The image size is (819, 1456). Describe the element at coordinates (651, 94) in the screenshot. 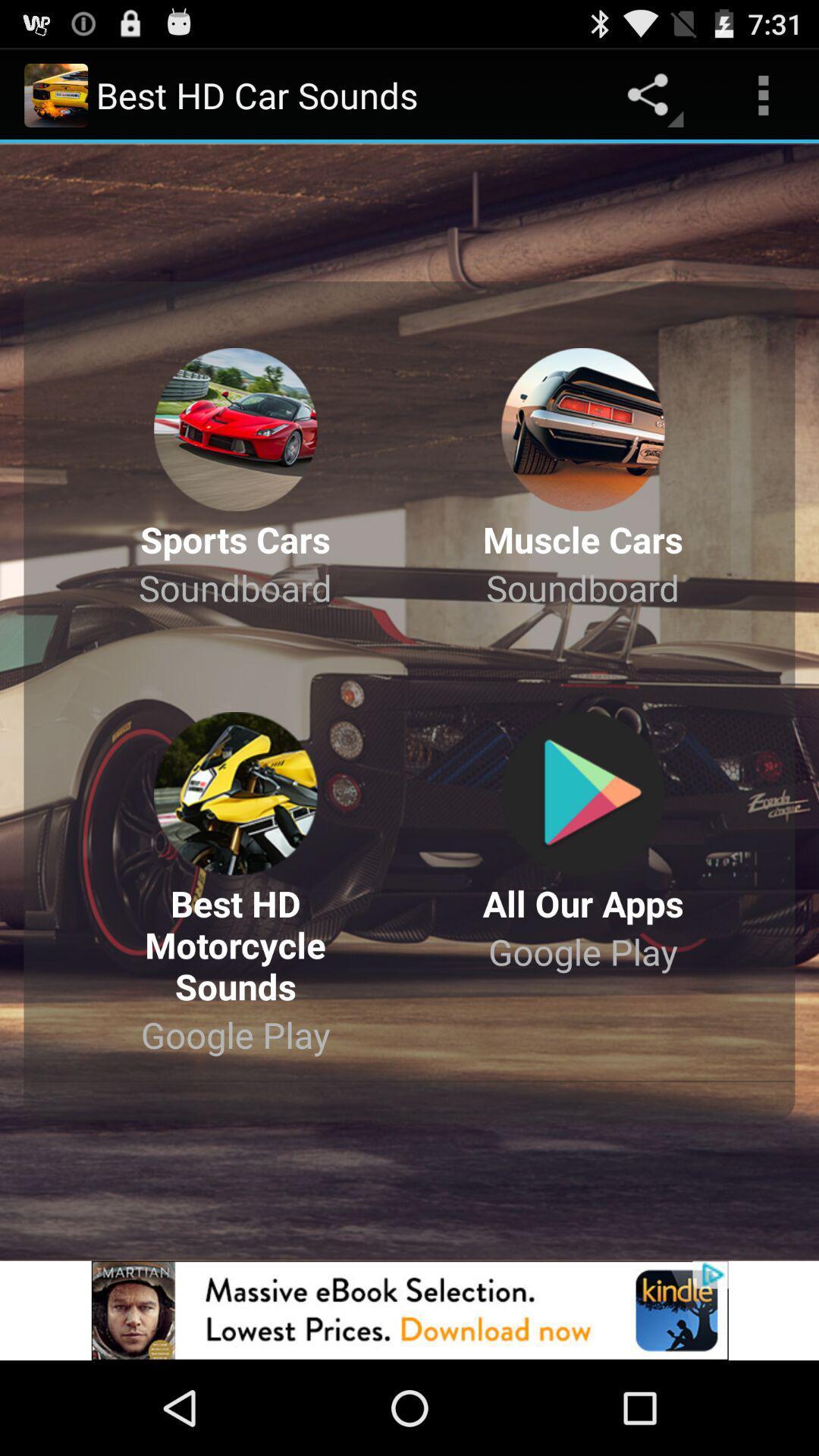

I see `the share button on the web page` at that location.